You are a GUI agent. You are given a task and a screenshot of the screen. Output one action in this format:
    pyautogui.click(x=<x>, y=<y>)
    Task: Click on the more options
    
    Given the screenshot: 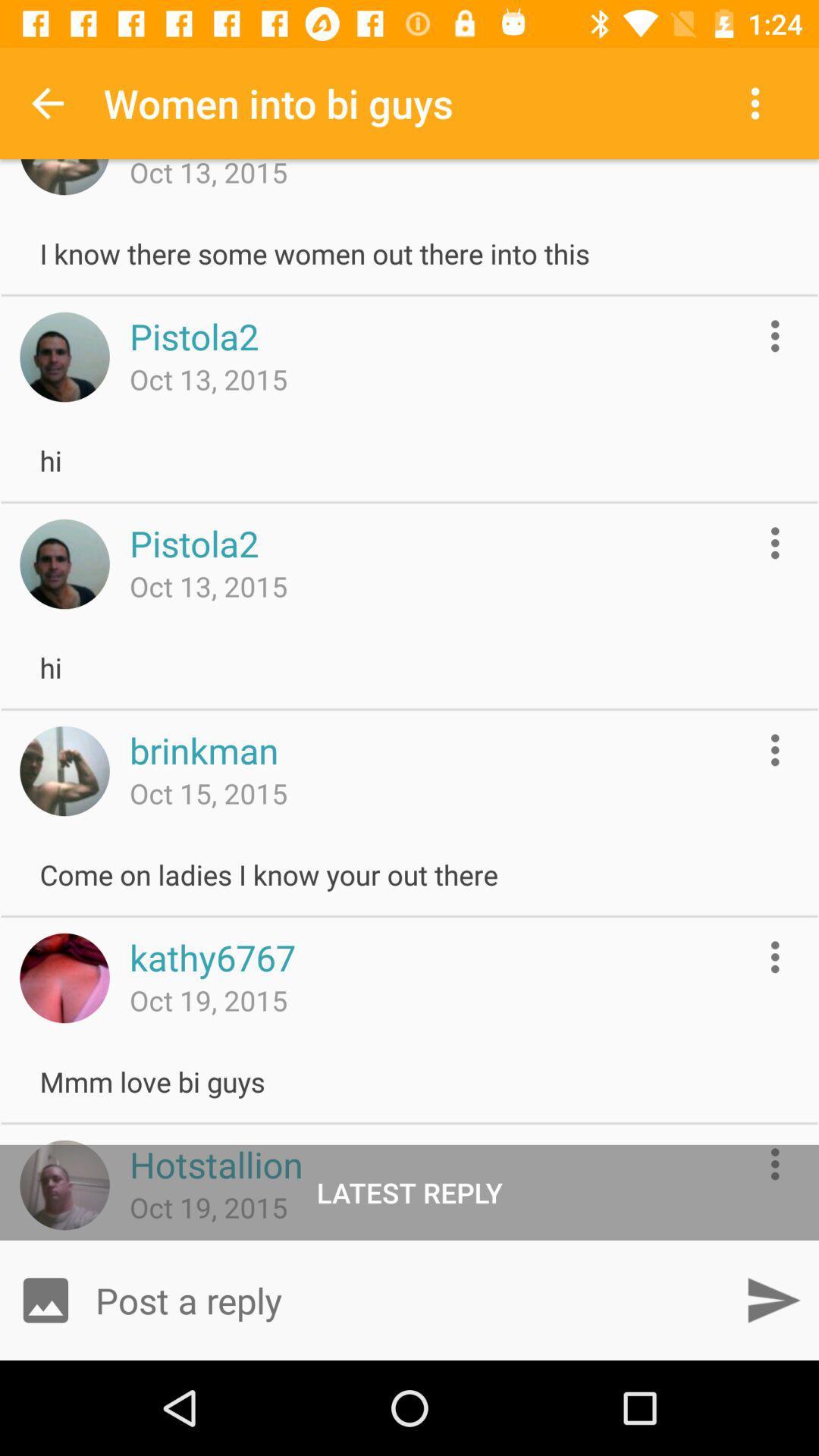 What is the action you would take?
    pyautogui.click(x=775, y=335)
    